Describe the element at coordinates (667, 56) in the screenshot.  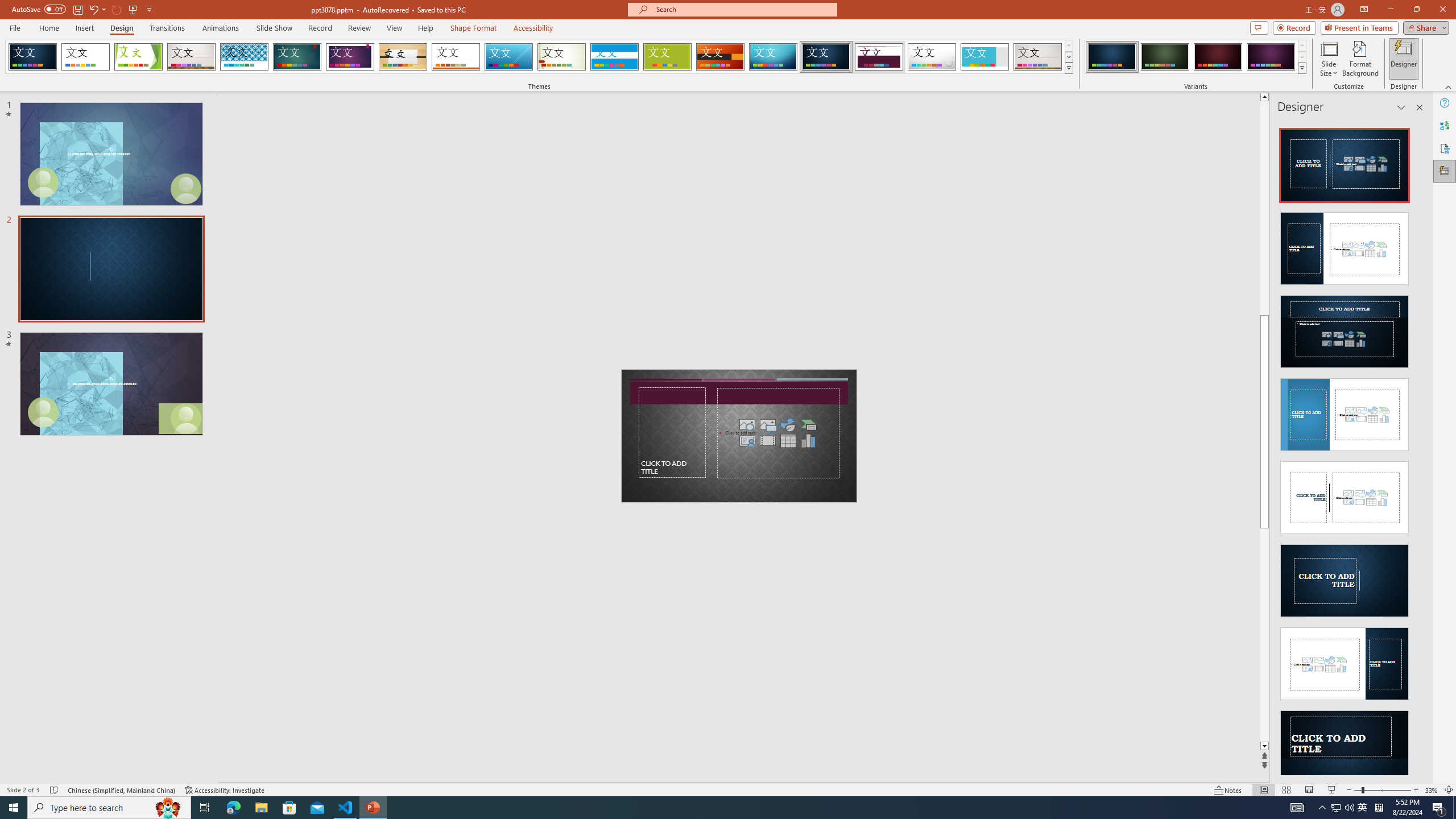
I see `'Basis'` at that location.